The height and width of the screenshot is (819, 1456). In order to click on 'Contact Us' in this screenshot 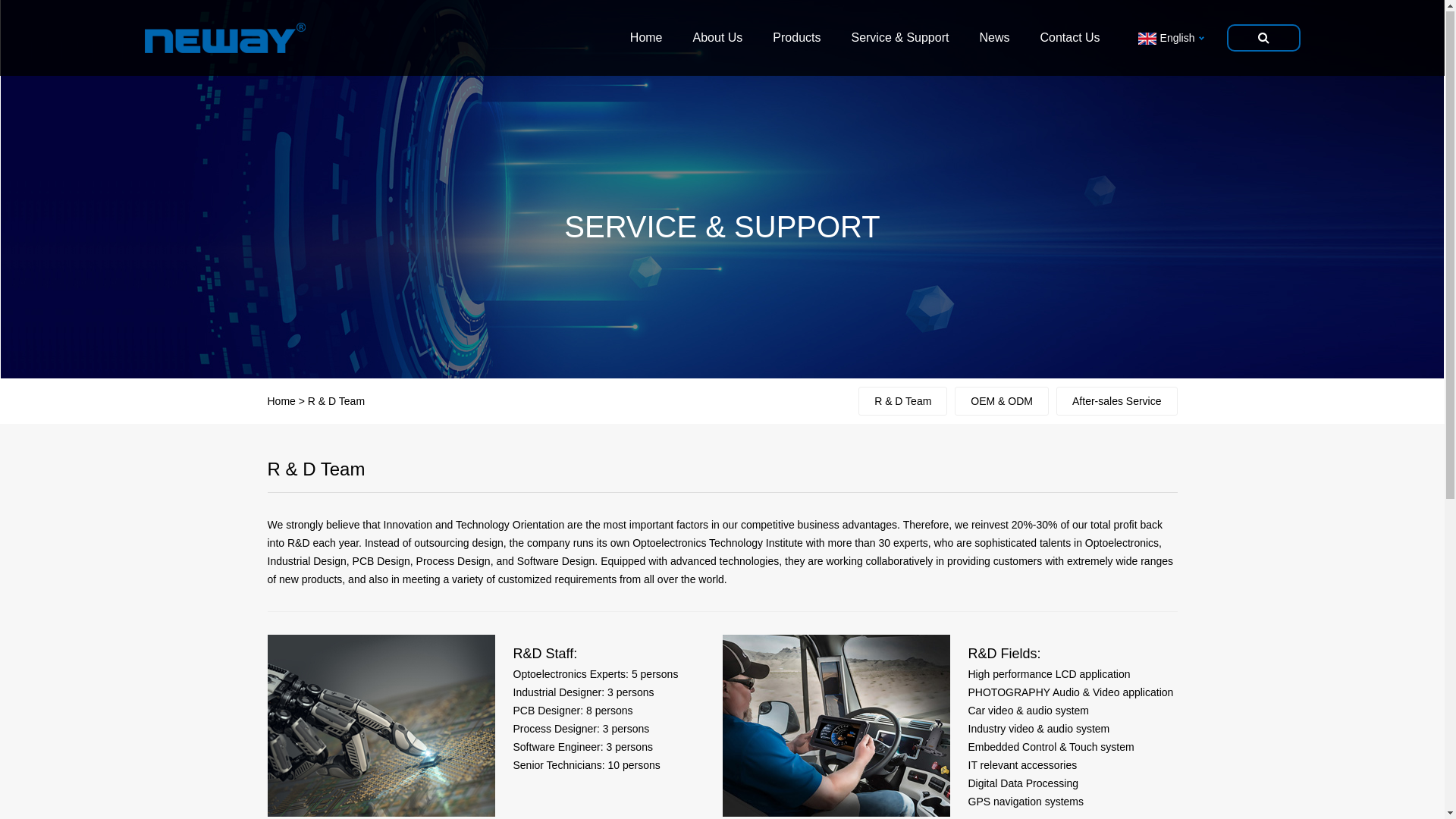, I will do `click(1068, 37)`.